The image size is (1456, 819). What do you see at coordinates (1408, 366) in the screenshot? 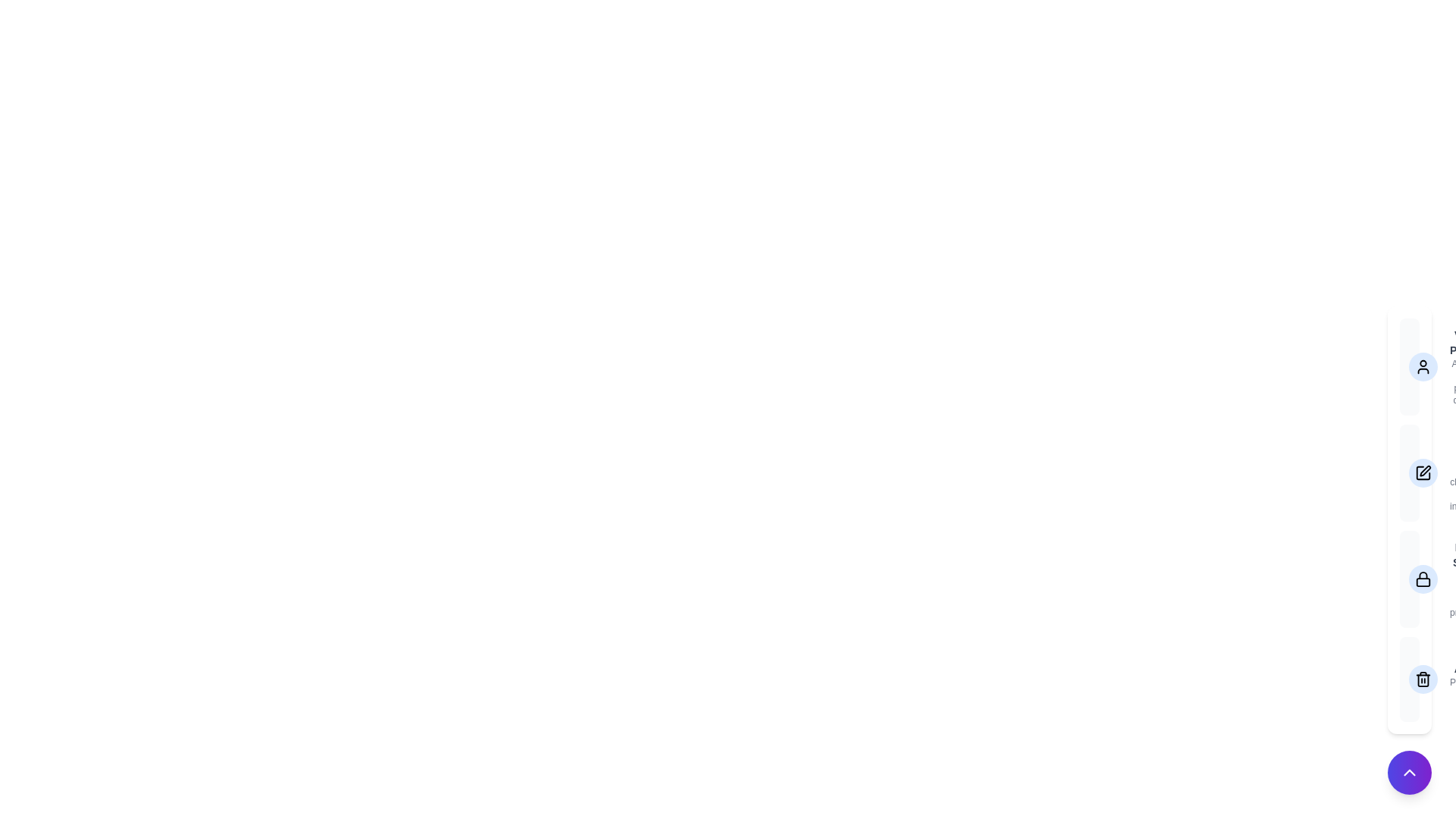
I see `the menu option labeled View Profile` at bounding box center [1408, 366].